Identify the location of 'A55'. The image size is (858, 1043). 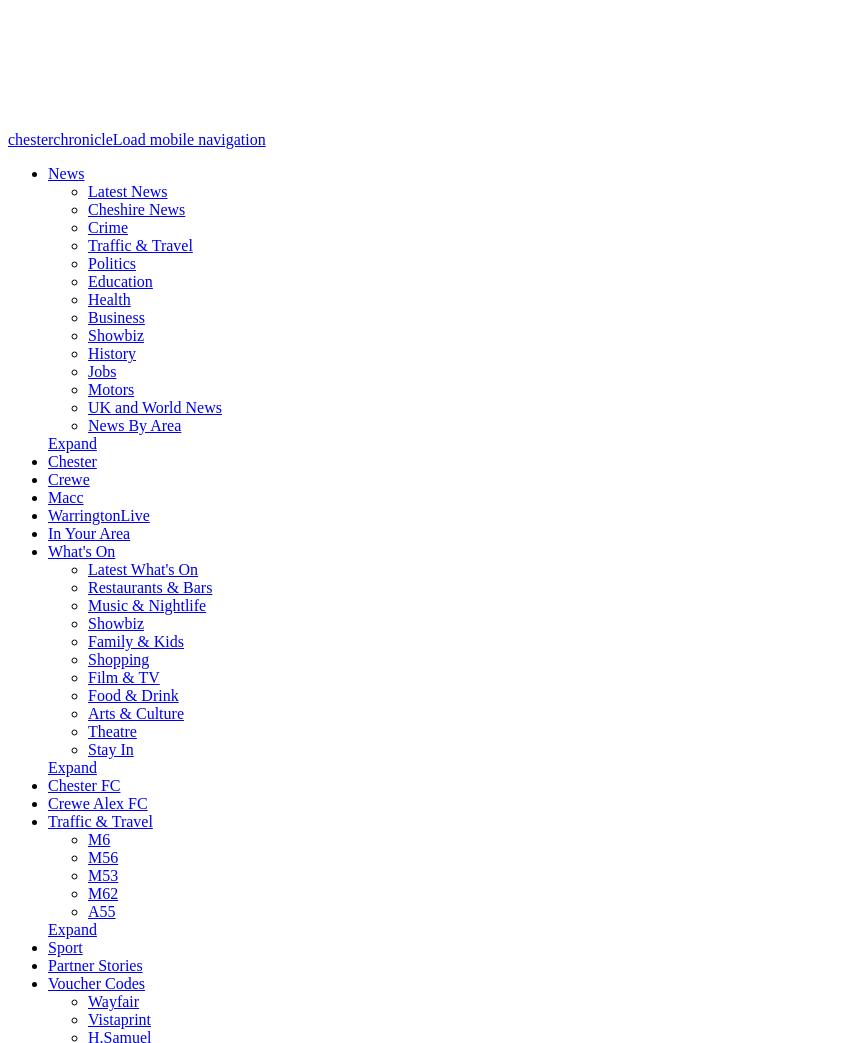
(101, 910).